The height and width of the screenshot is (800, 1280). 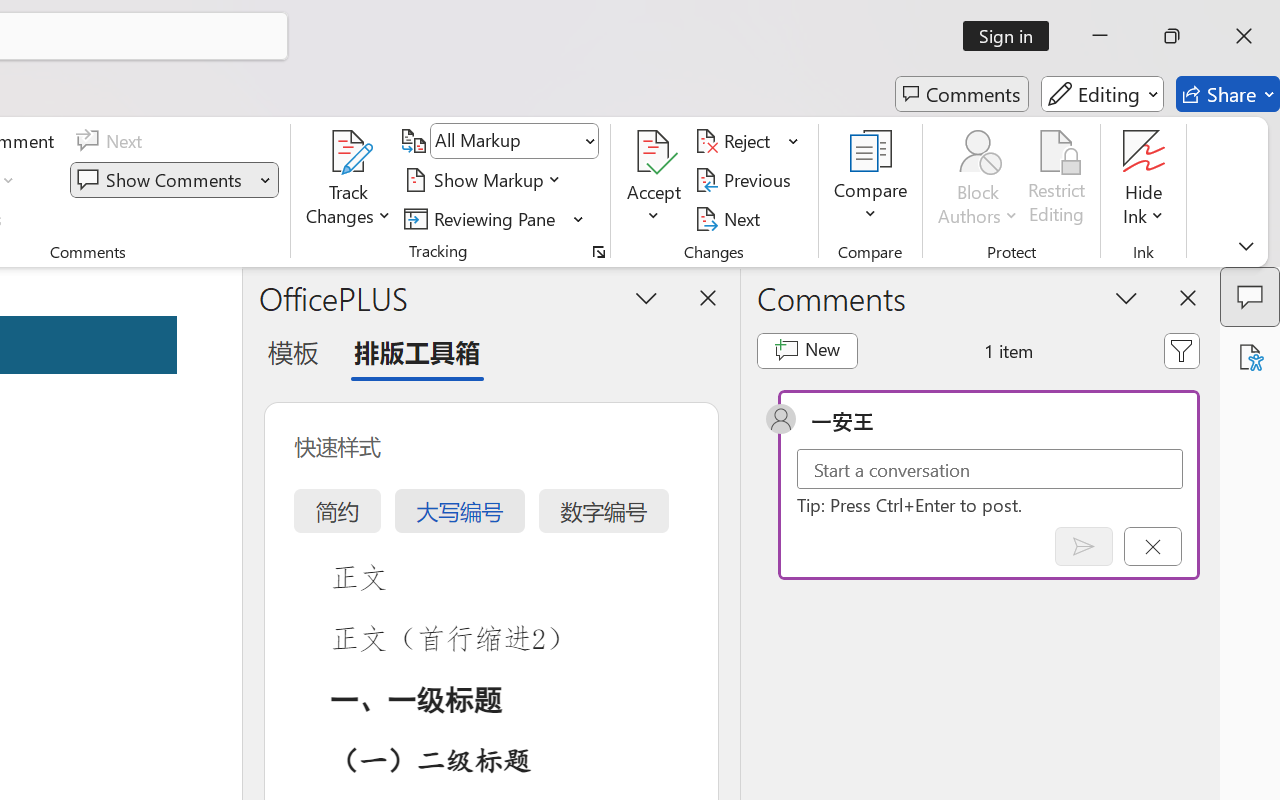 I want to click on 'Accept', so click(x=654, y=179).